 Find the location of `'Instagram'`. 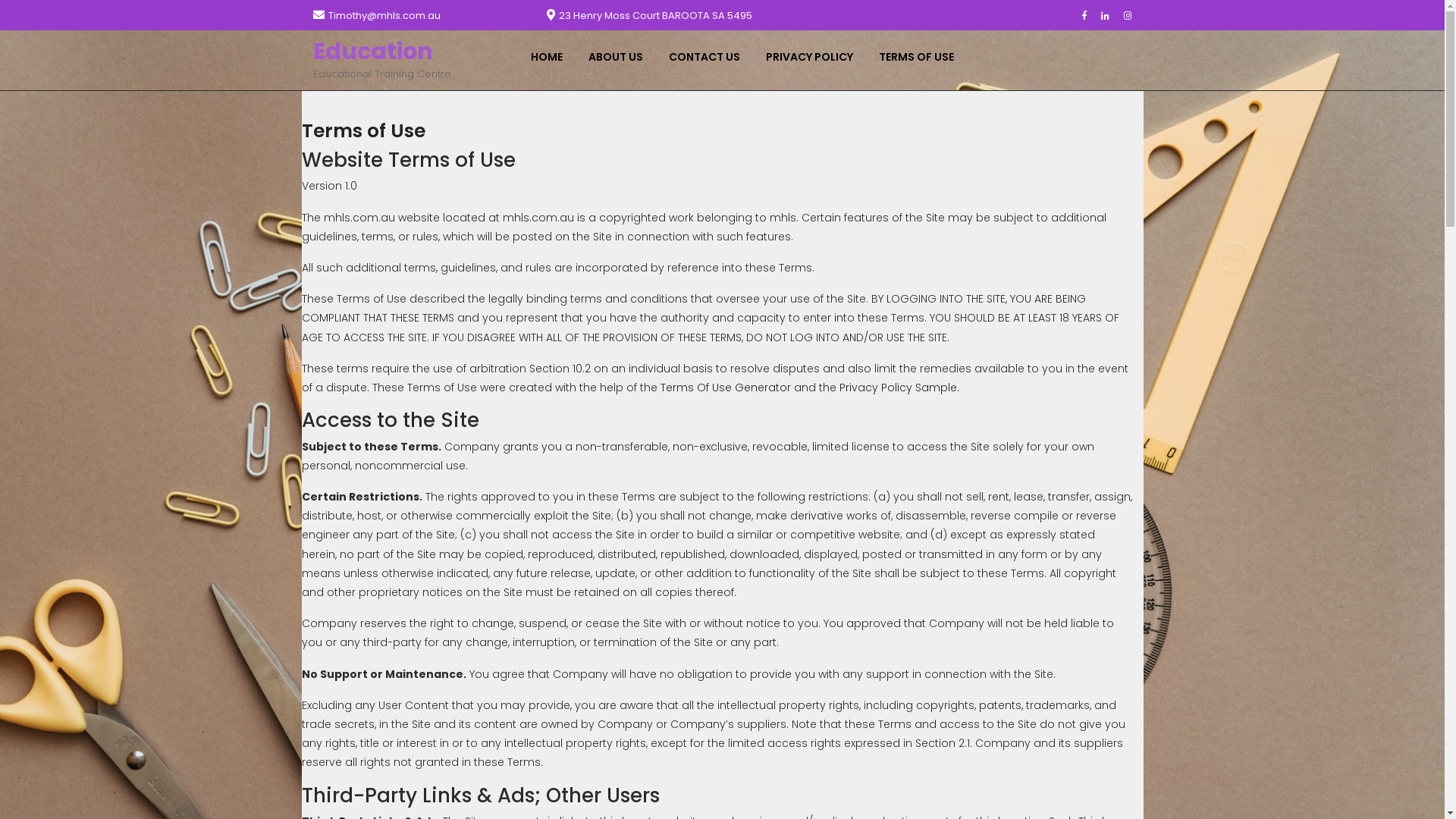

'Instagram' is located at coordinates (1133, 14).